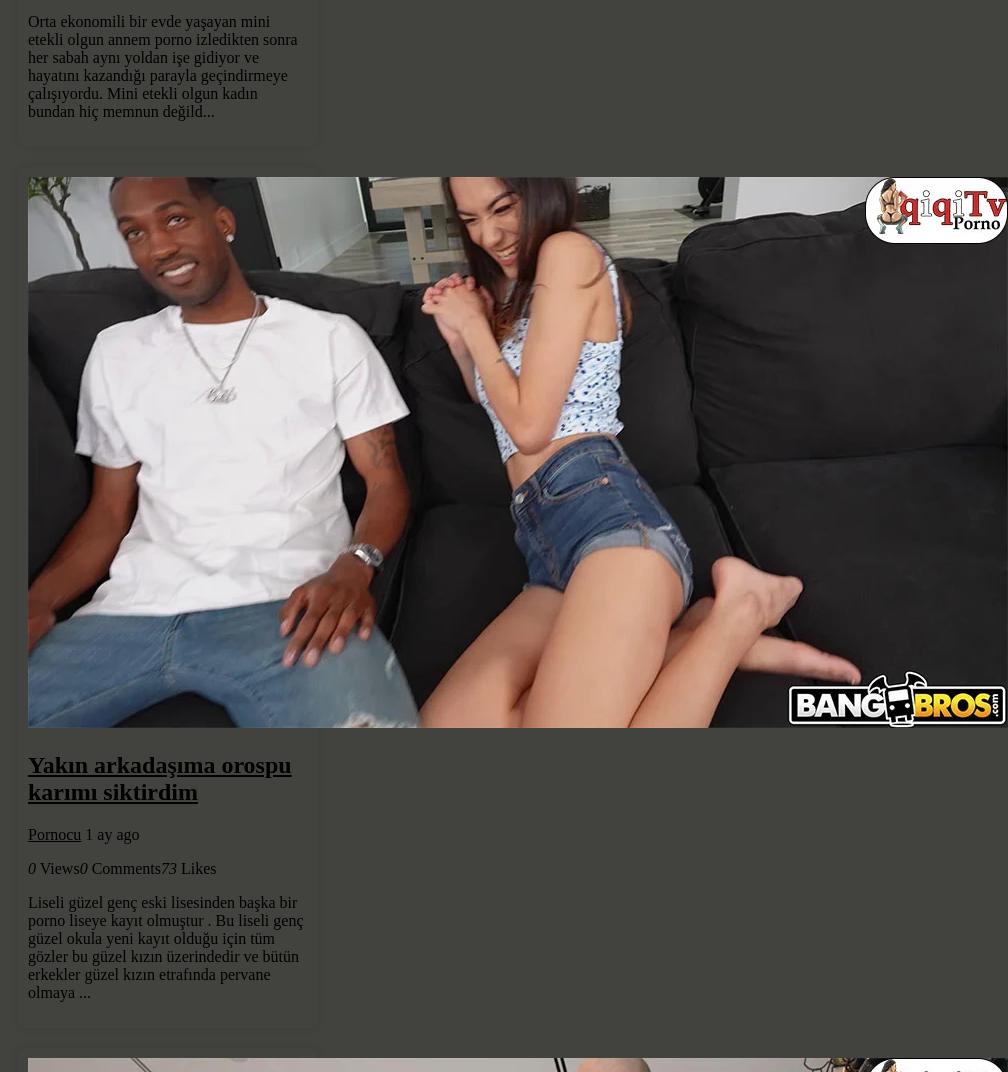  Describe the element at coordinates (28, 65) in the screenshot. I see `'Orta ekonomili bir evde yaşayan mini etekli olgun annem porno izledikten sonra her sabah aynı yoldan işe gidiyor ve hayatını kazandığı parayla geçindirmeye çalışıyordu. Mini etekli olgun kadın bundan hiç memnun değild...'` at that location.